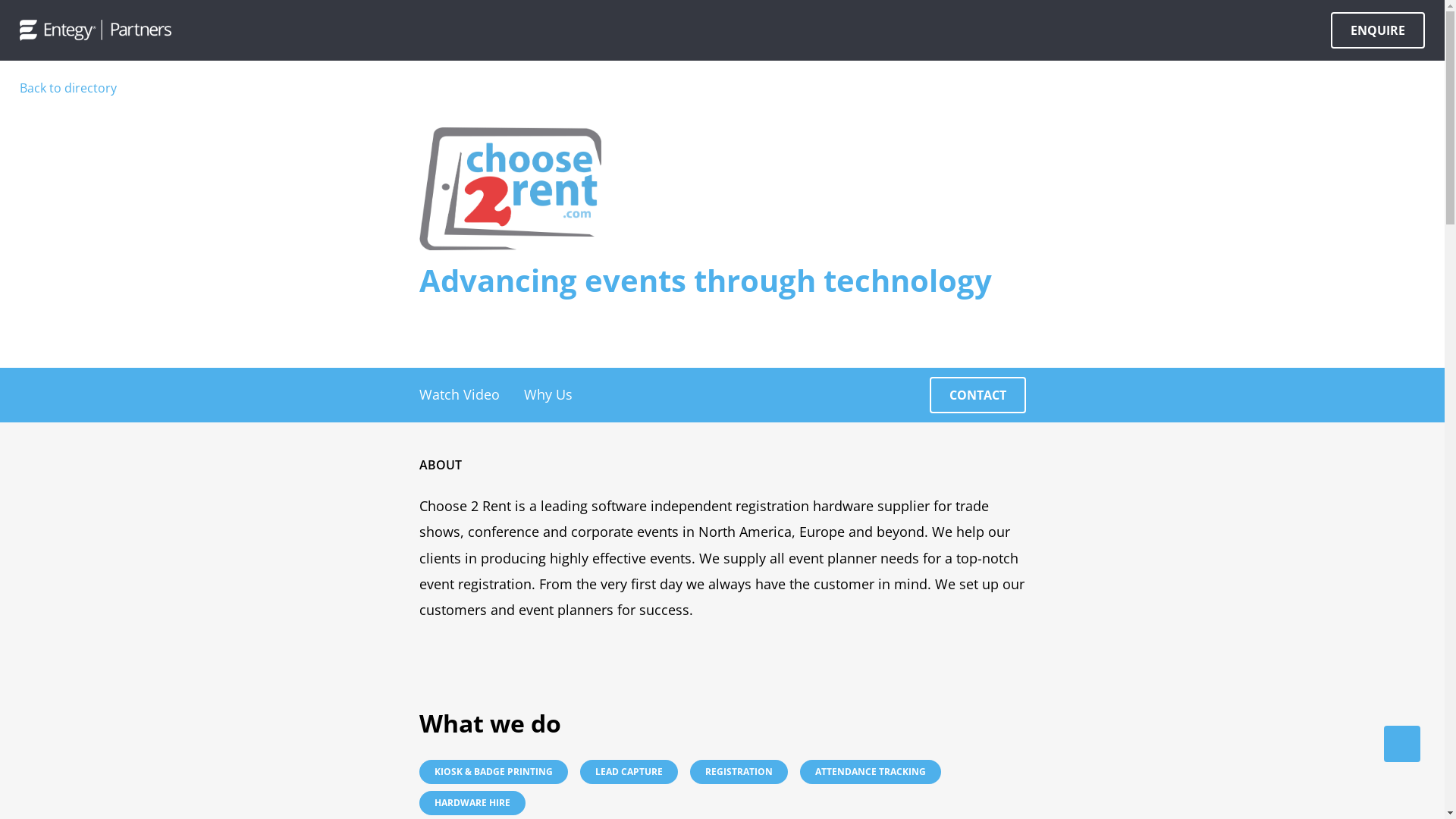 The width and height of the screenshot is (1456, 819). I want to click on 'Partner Directory logo', so click(94, 30).